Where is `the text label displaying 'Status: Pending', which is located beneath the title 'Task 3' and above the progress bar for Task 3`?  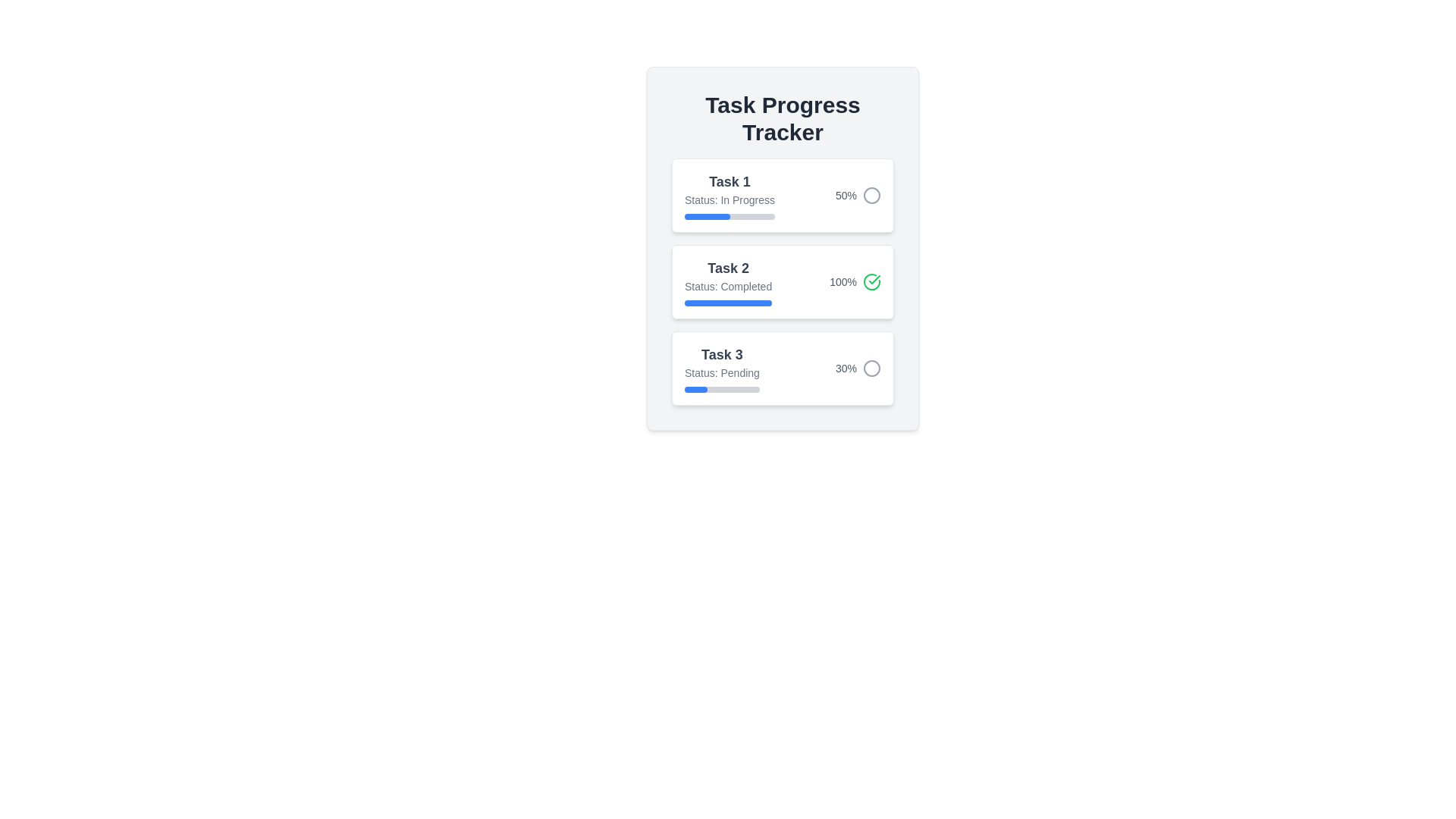
the text label displaying 'Status: Pending', which is located beneath the title 'Task 3' and above the progress bar for Task 3 is located at coordinates (721, 373).